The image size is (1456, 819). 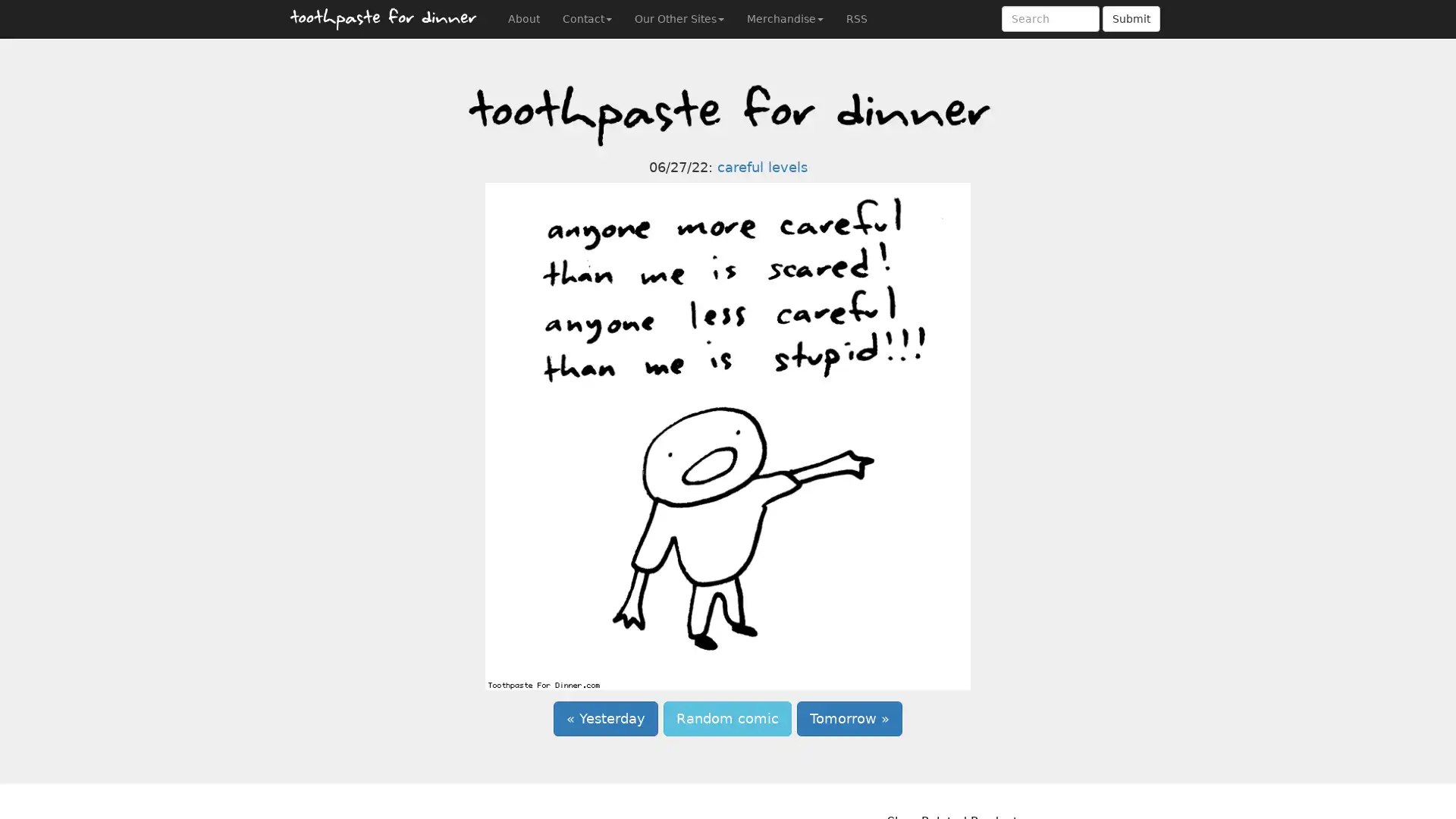 I want to click on Tomorrow, so click(x=849, y=718).